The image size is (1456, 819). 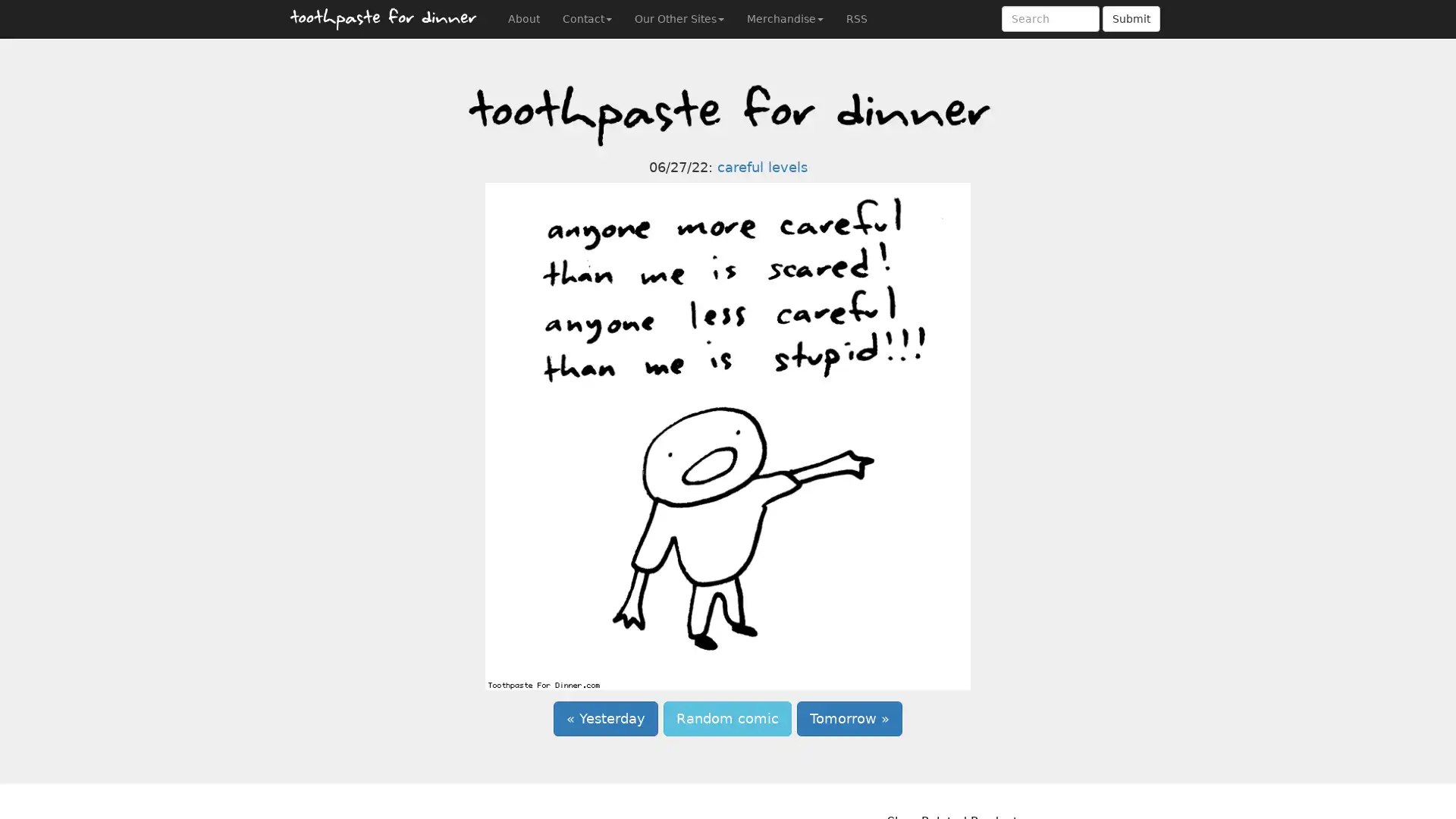 I want to click on Tomorrow, so click(x=849, y=718).